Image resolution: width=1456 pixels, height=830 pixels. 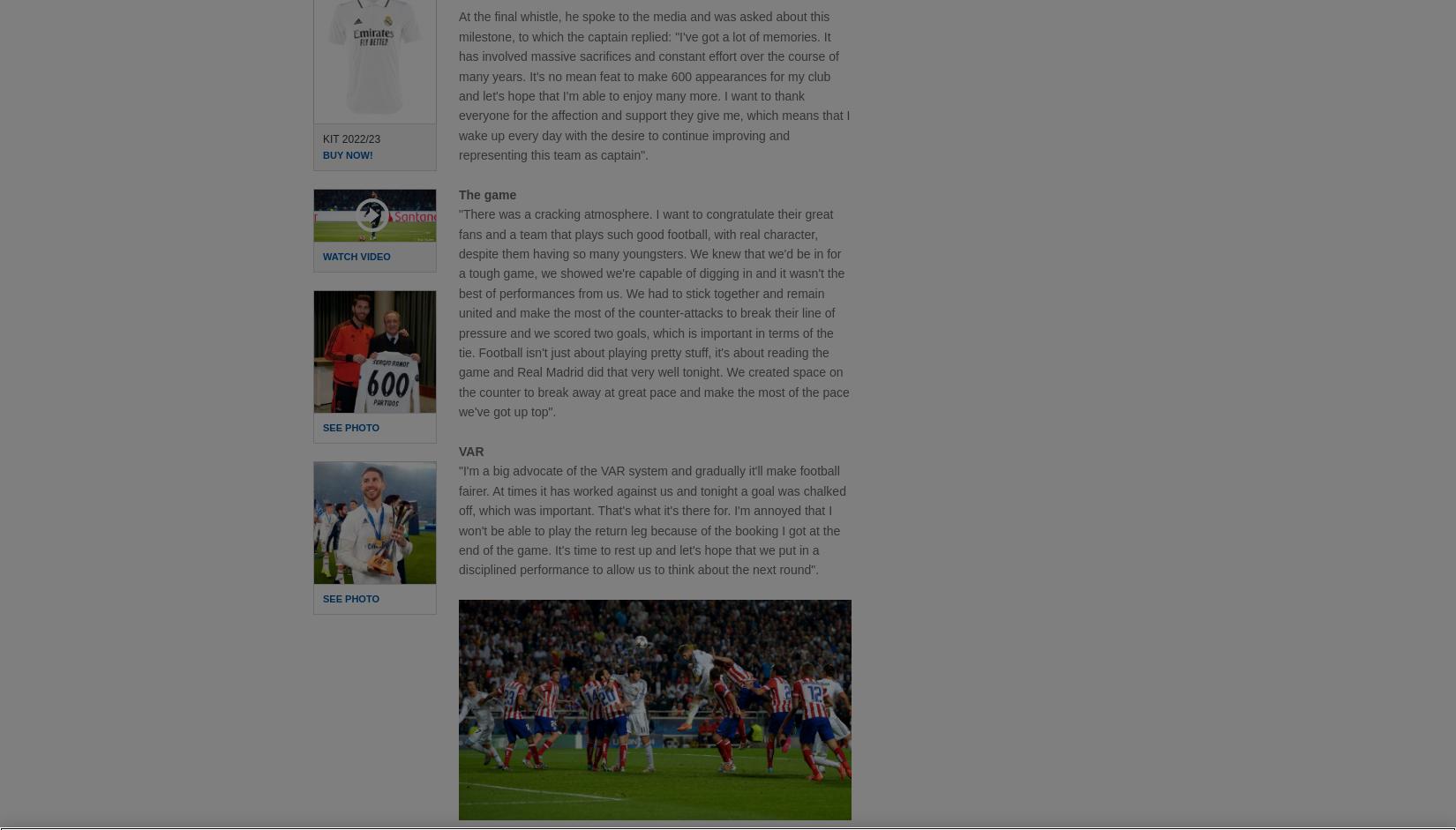 What do you see at coordinates (356, 256) in the screenshot?
I see `'Watch video'` at bounding box center [356, 256].